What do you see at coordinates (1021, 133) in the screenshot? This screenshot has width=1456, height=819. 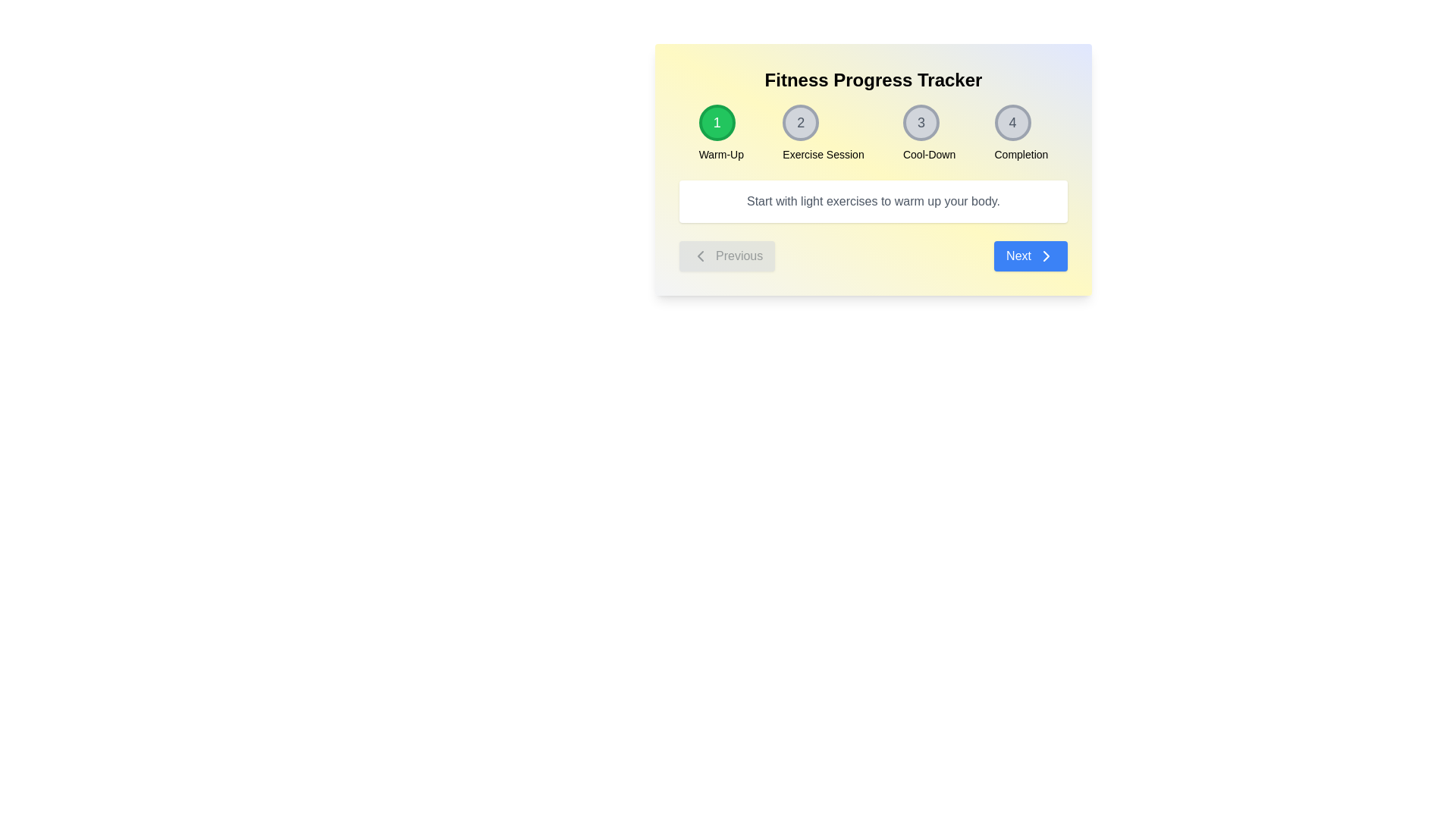 I see `the Progress Indicator displaying the number '4', which is styled in gray and located beside the label 'Completion'` at bounding box center [1021, 133].